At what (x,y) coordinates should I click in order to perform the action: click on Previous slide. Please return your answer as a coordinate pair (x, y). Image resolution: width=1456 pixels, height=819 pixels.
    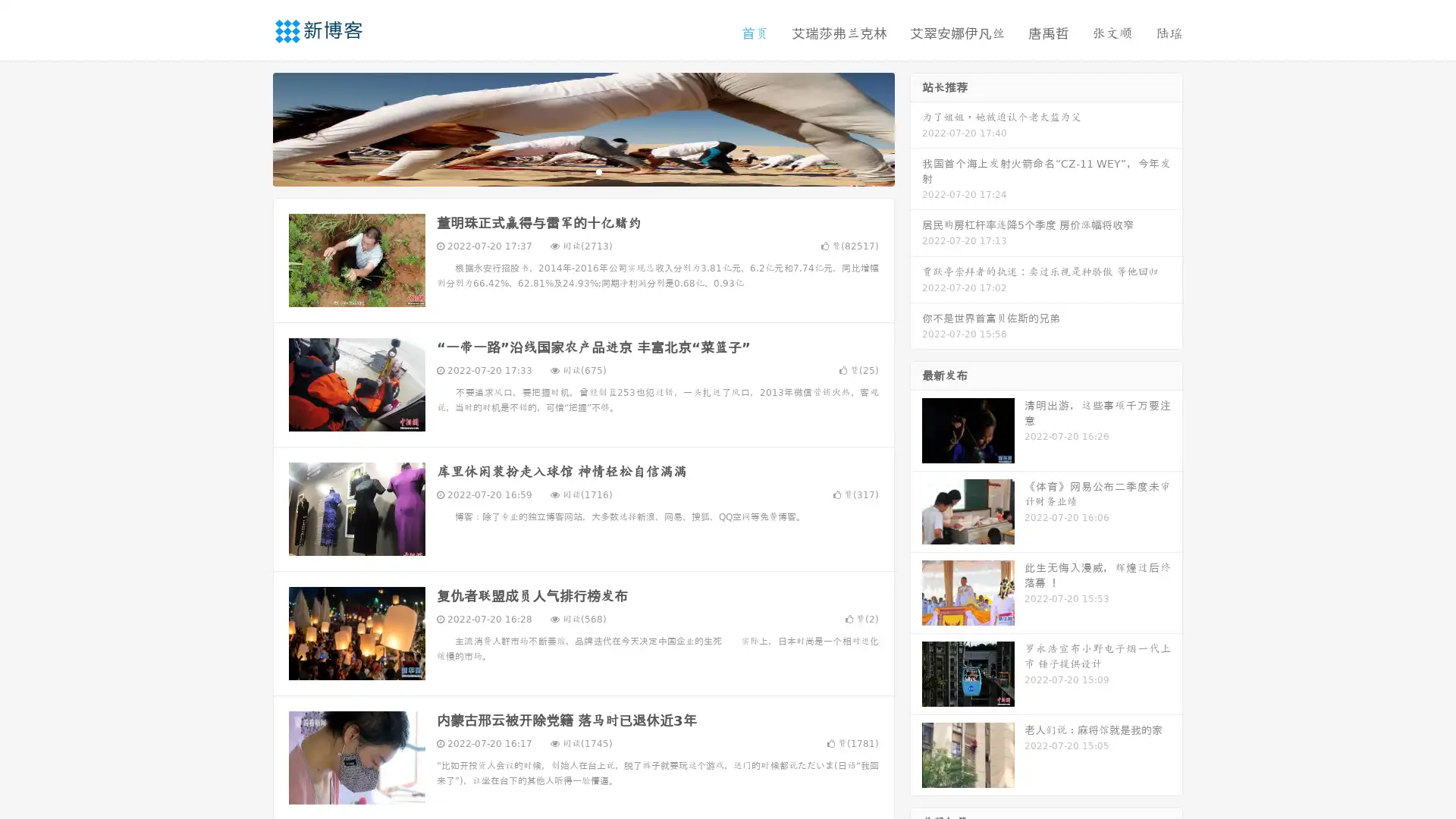
    Looking at the image, I should click on (250, 127).